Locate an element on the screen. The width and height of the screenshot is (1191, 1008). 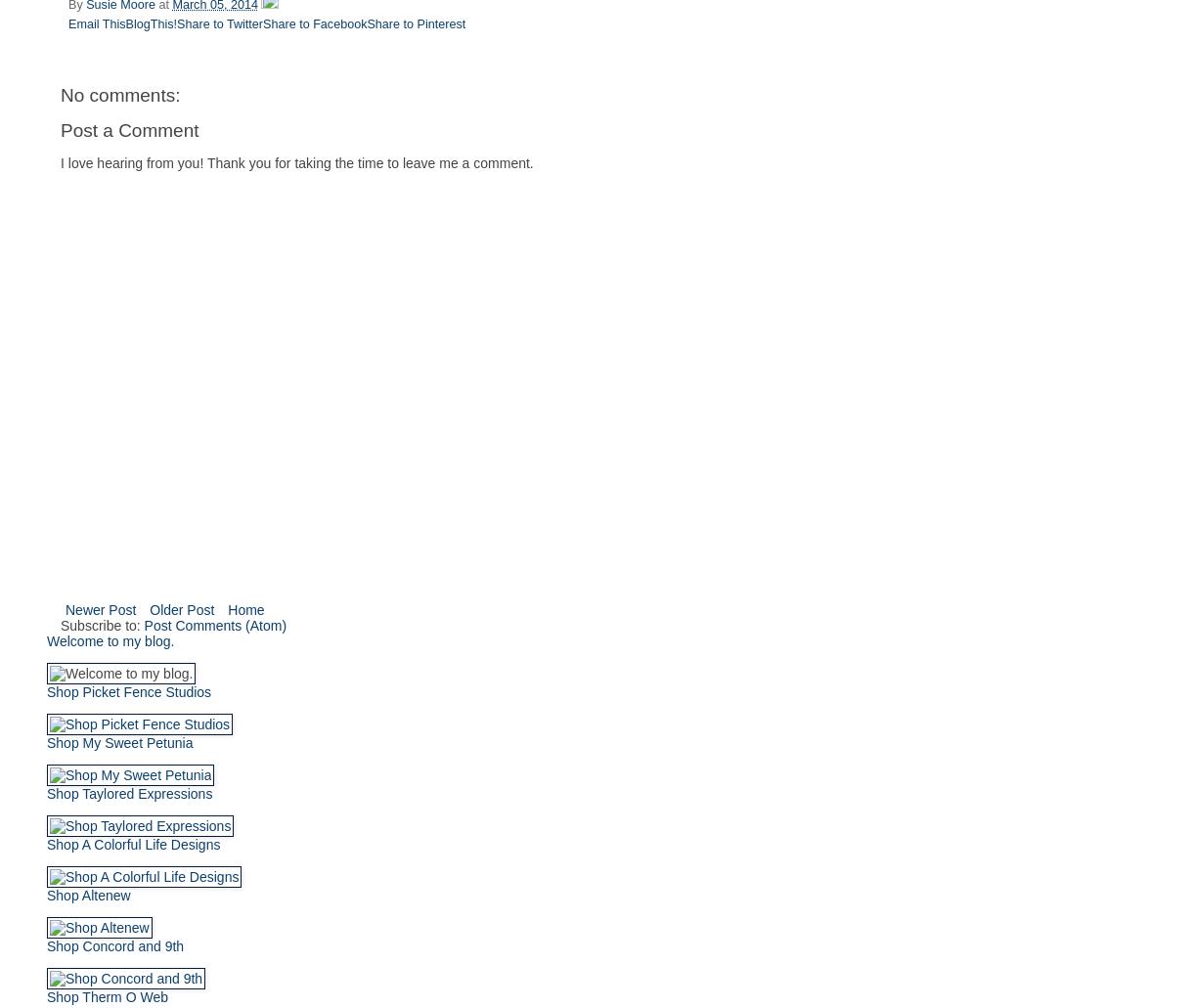
'Share to Facebook' is located at coordinates (314, 23).